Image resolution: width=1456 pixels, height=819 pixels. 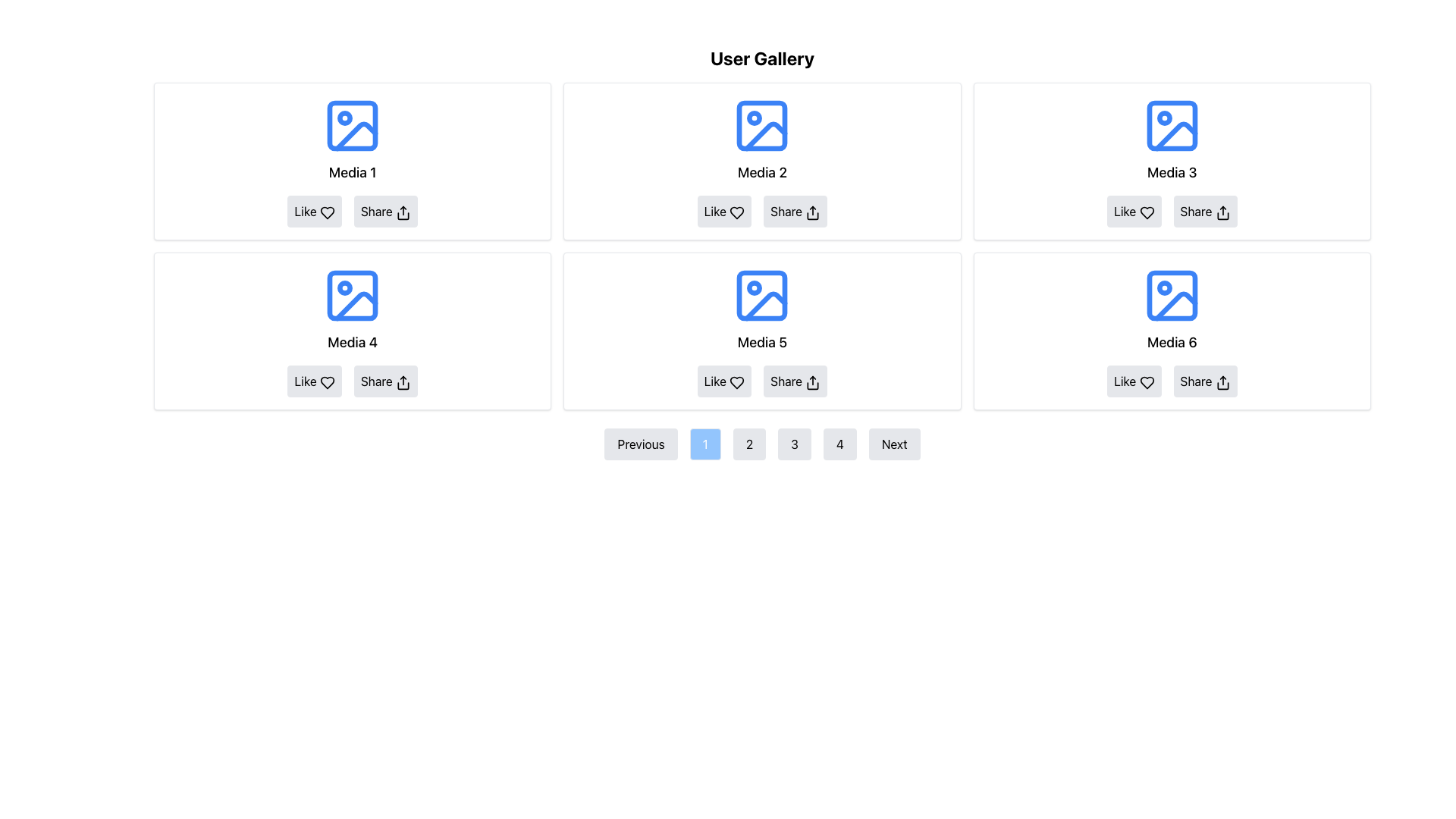 I want to click on the heart icon under the 'Media 2' item in the user gallery, so click(x=737, y=212).